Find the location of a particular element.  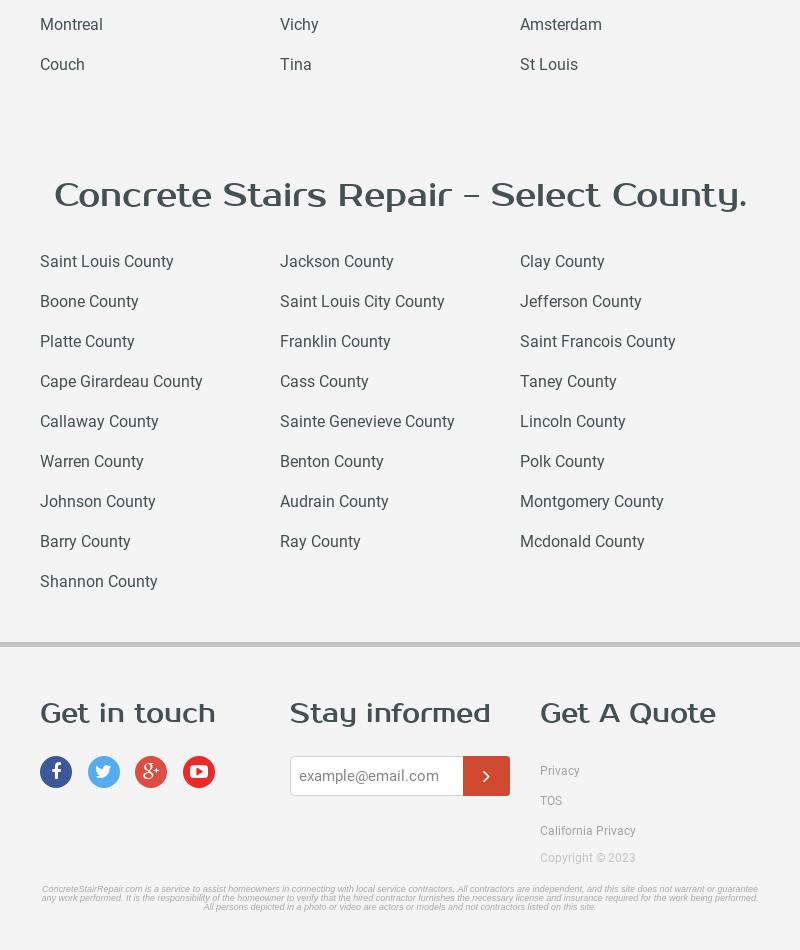

'Polk County' is located at coordinates (518, 460).